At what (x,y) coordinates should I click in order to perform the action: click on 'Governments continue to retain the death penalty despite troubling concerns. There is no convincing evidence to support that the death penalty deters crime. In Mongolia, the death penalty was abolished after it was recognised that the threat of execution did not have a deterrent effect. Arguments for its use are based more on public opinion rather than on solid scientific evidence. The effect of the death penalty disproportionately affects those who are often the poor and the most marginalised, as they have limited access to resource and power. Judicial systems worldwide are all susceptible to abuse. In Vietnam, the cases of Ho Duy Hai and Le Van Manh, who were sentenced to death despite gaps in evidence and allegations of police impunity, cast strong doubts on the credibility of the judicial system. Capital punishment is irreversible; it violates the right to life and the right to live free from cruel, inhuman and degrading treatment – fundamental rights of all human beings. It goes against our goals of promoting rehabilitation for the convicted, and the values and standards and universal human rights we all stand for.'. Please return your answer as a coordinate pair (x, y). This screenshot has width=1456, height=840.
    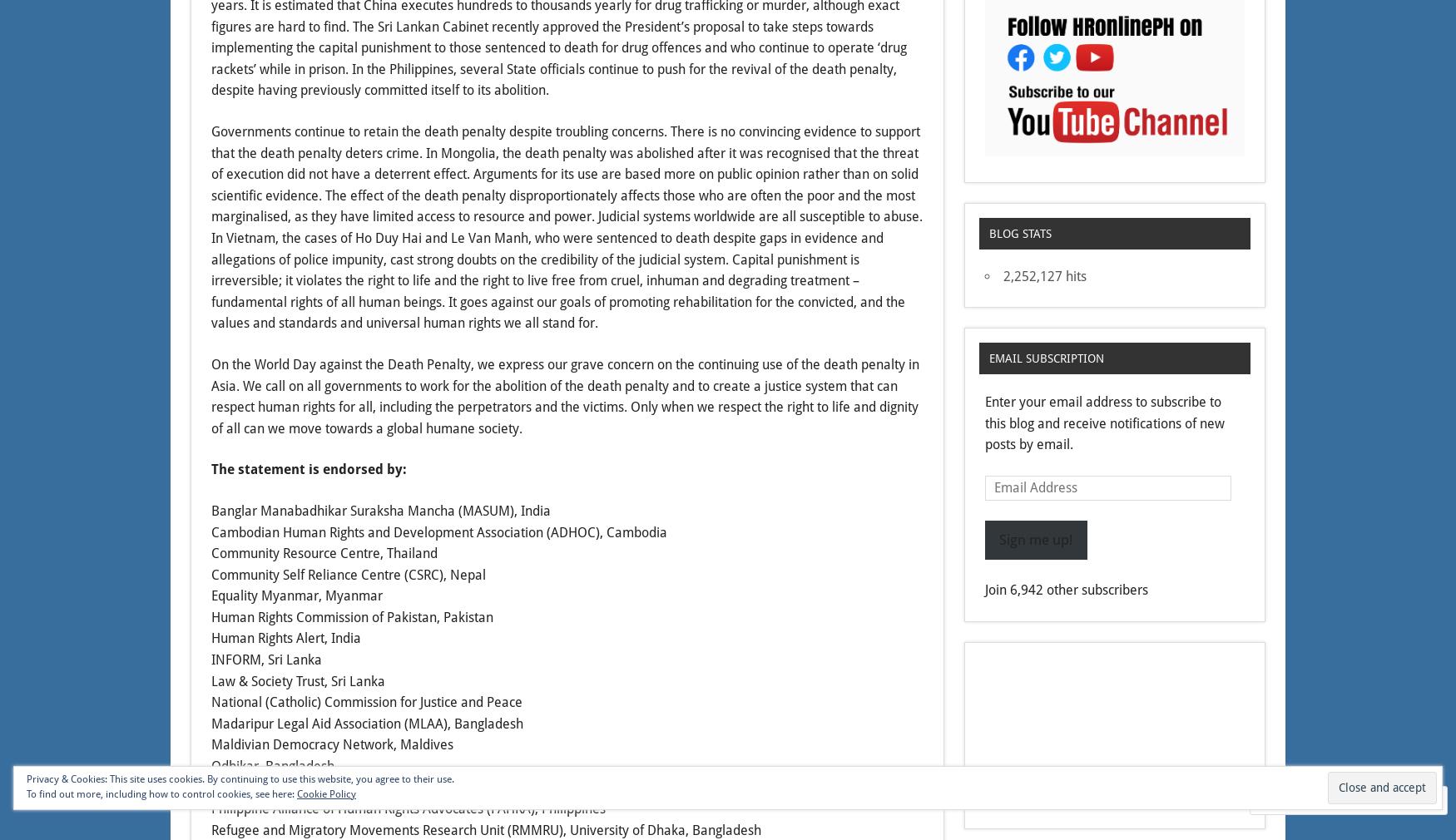
    Looking at the image, I should click on (566, 227).